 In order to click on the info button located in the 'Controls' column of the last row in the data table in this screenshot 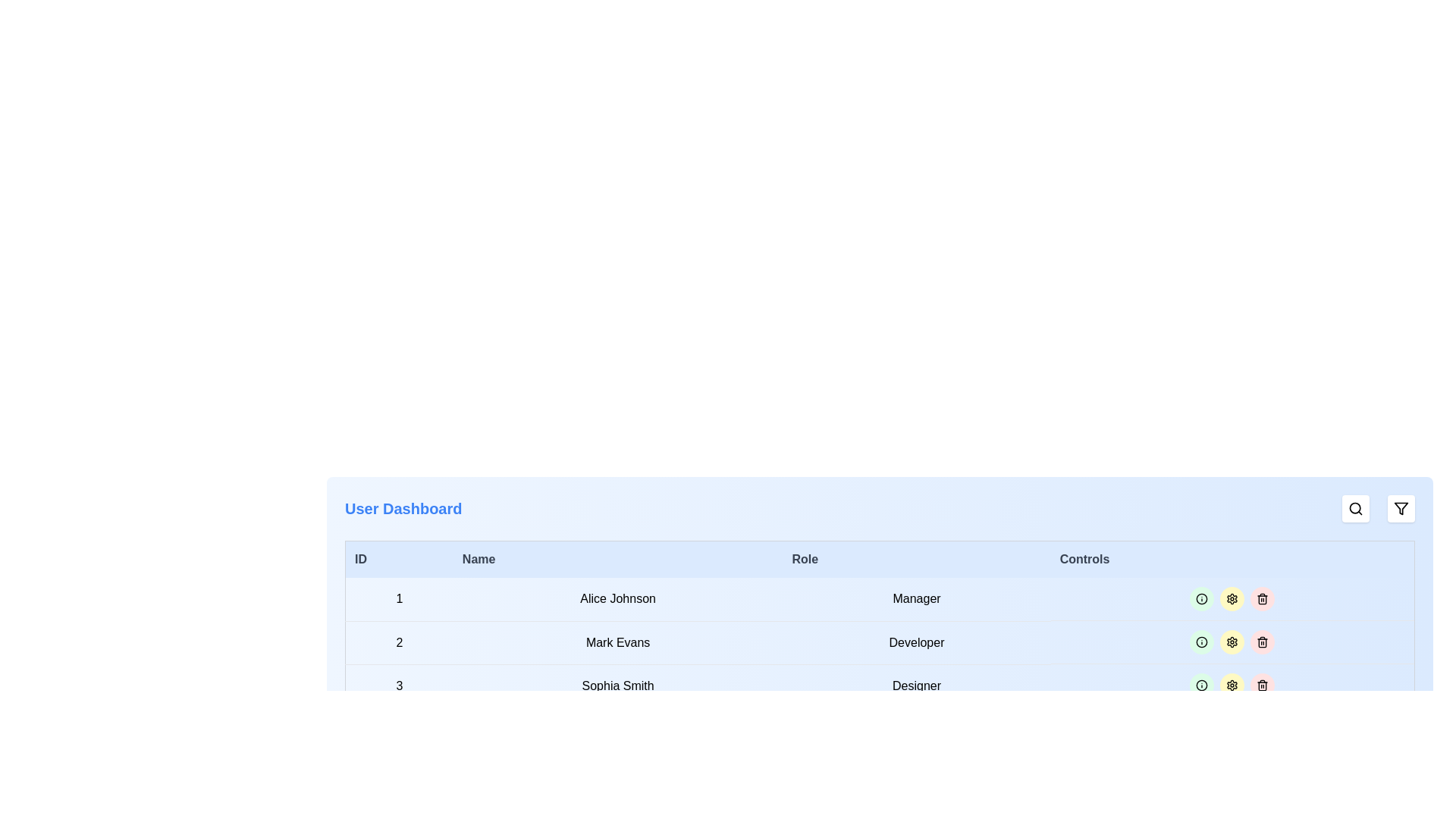, I will do `click(1201, 685)`.